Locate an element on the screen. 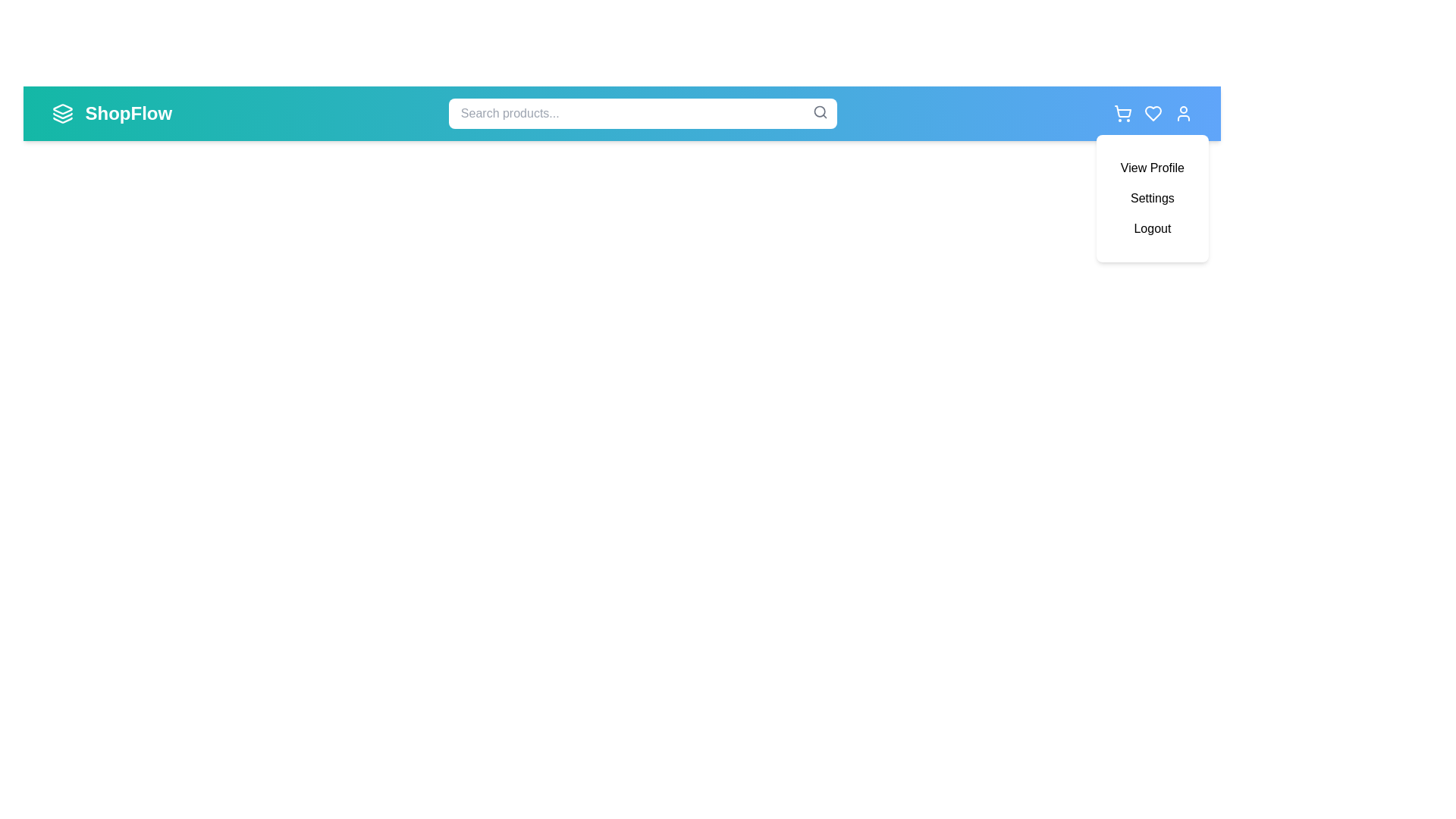 This screenshot has width=1456, height=819. the 'Settings' option in the dropdown menu is located at coordinates (1152, 198).